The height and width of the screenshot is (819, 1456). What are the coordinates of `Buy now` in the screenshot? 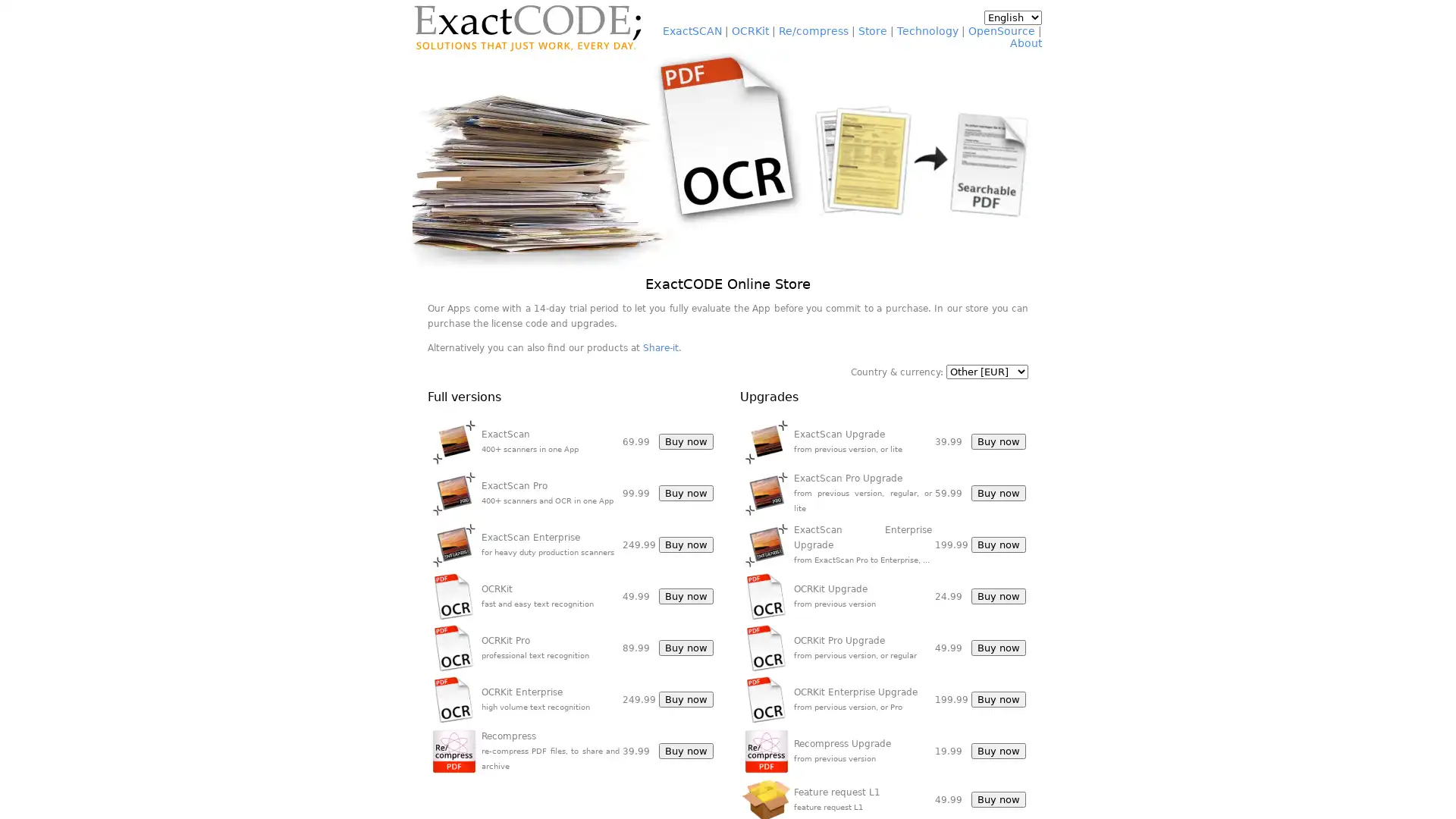 It's located at (997, 595).